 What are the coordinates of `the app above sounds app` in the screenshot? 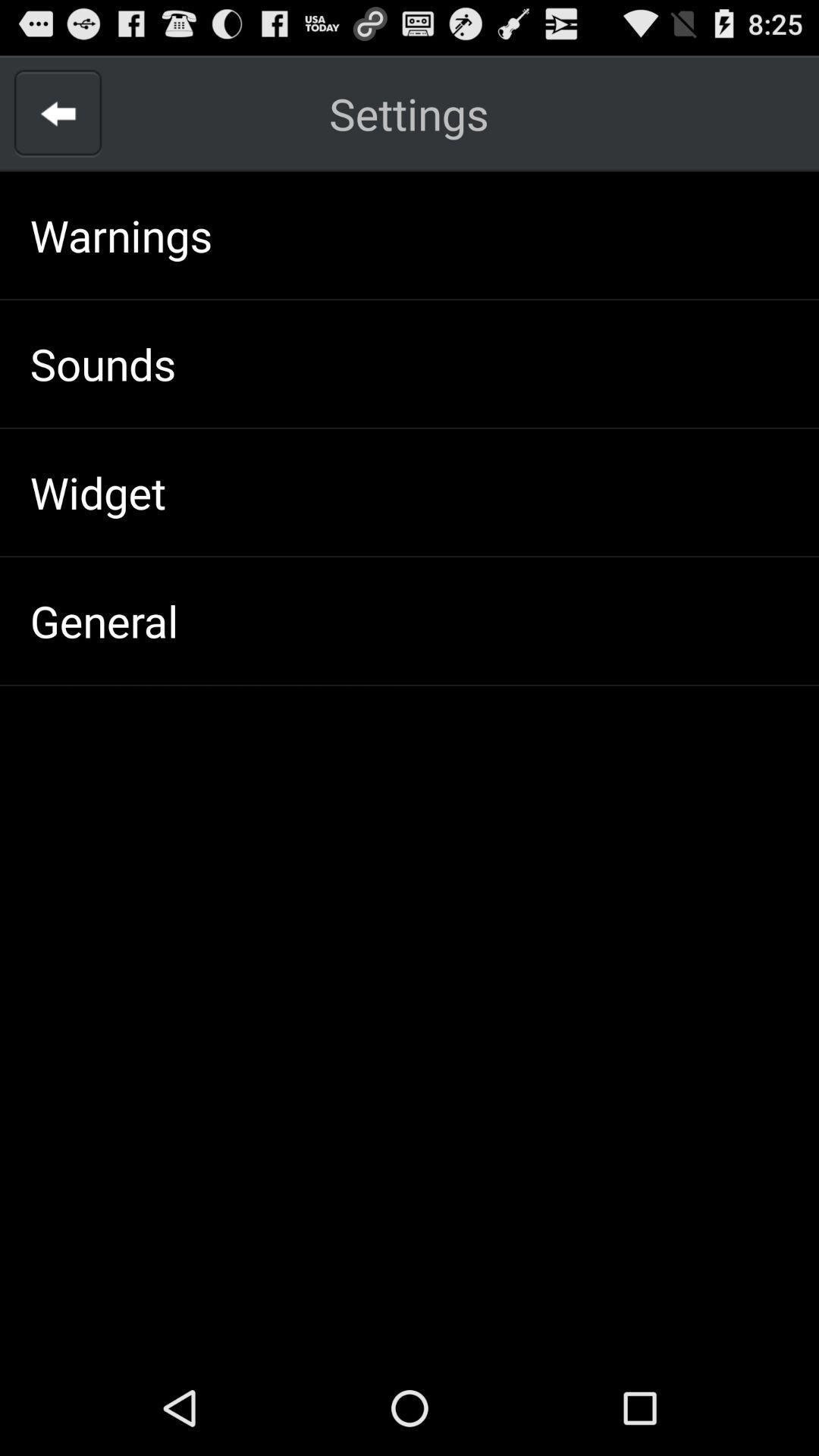 It's located at (121, 234).